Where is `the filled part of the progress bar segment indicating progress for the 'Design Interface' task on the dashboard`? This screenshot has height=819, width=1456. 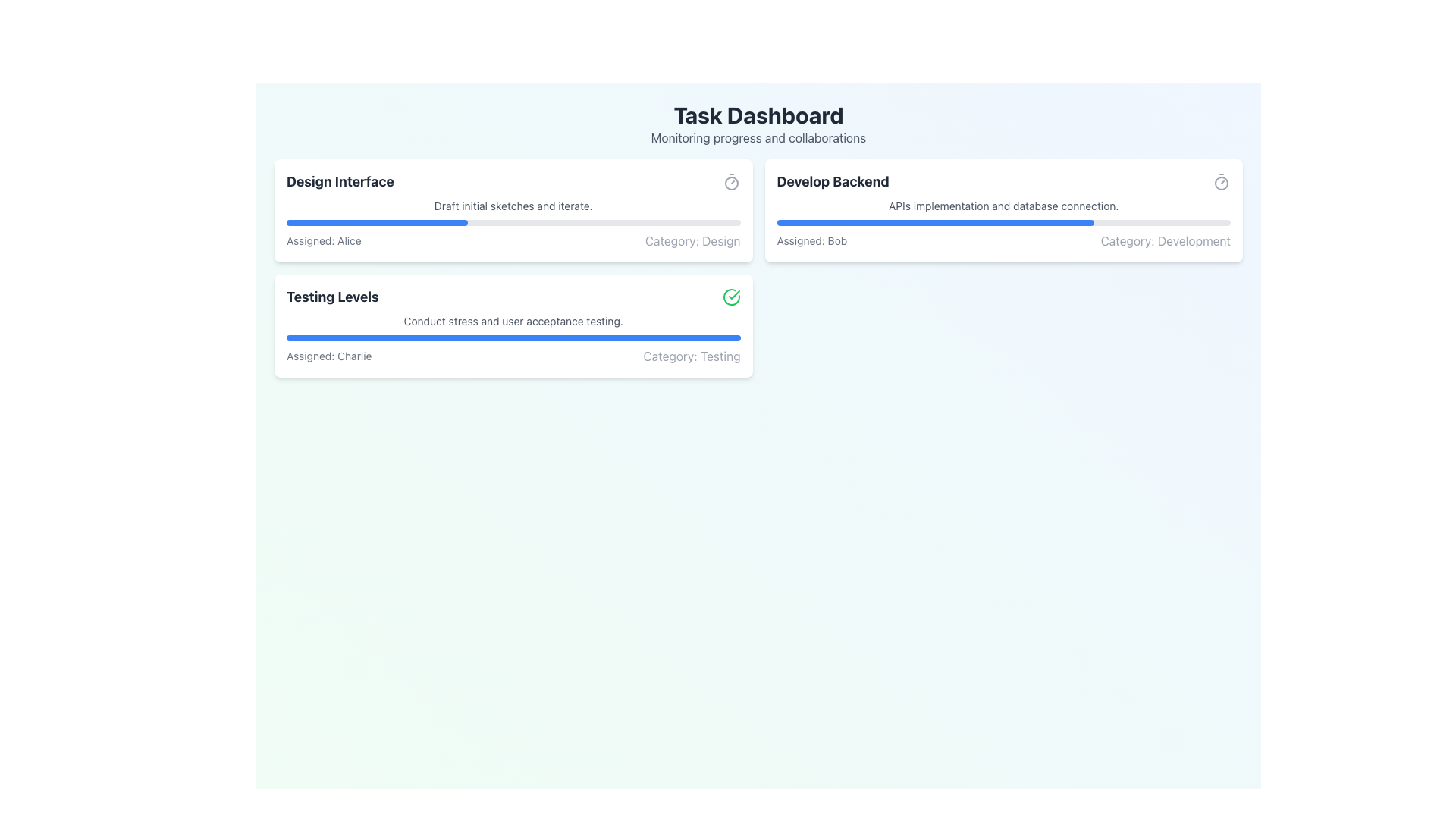
the filled part of the progress bar segment indicating progress for the 'Design Interface' task on the dashboard is located at coordinates (377, 222).